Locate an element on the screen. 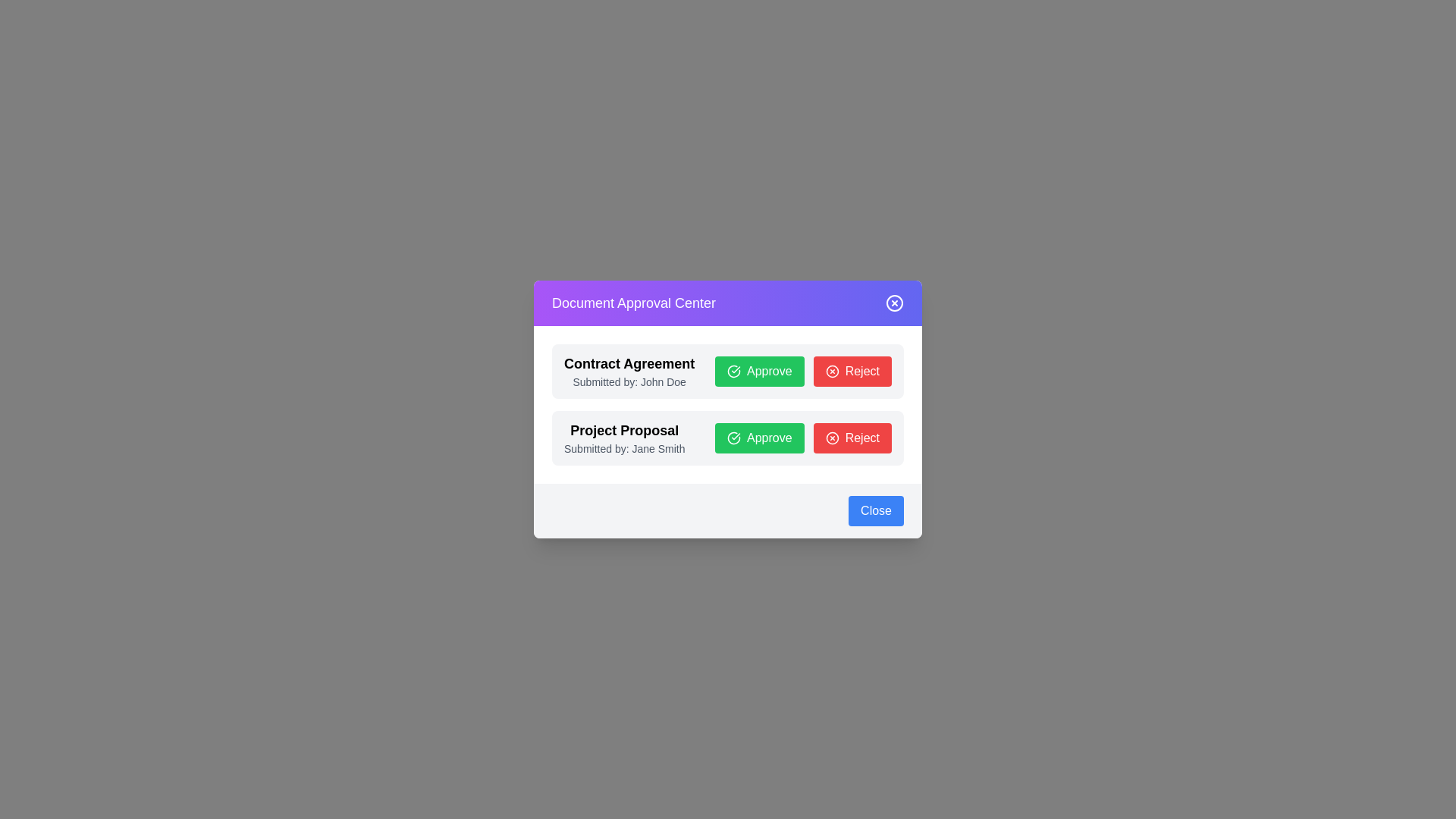  text information from the Label that describes the proposal details, which is located in the second item of a list-like structure in the center of the modal window is located at coordinates (624, 438).